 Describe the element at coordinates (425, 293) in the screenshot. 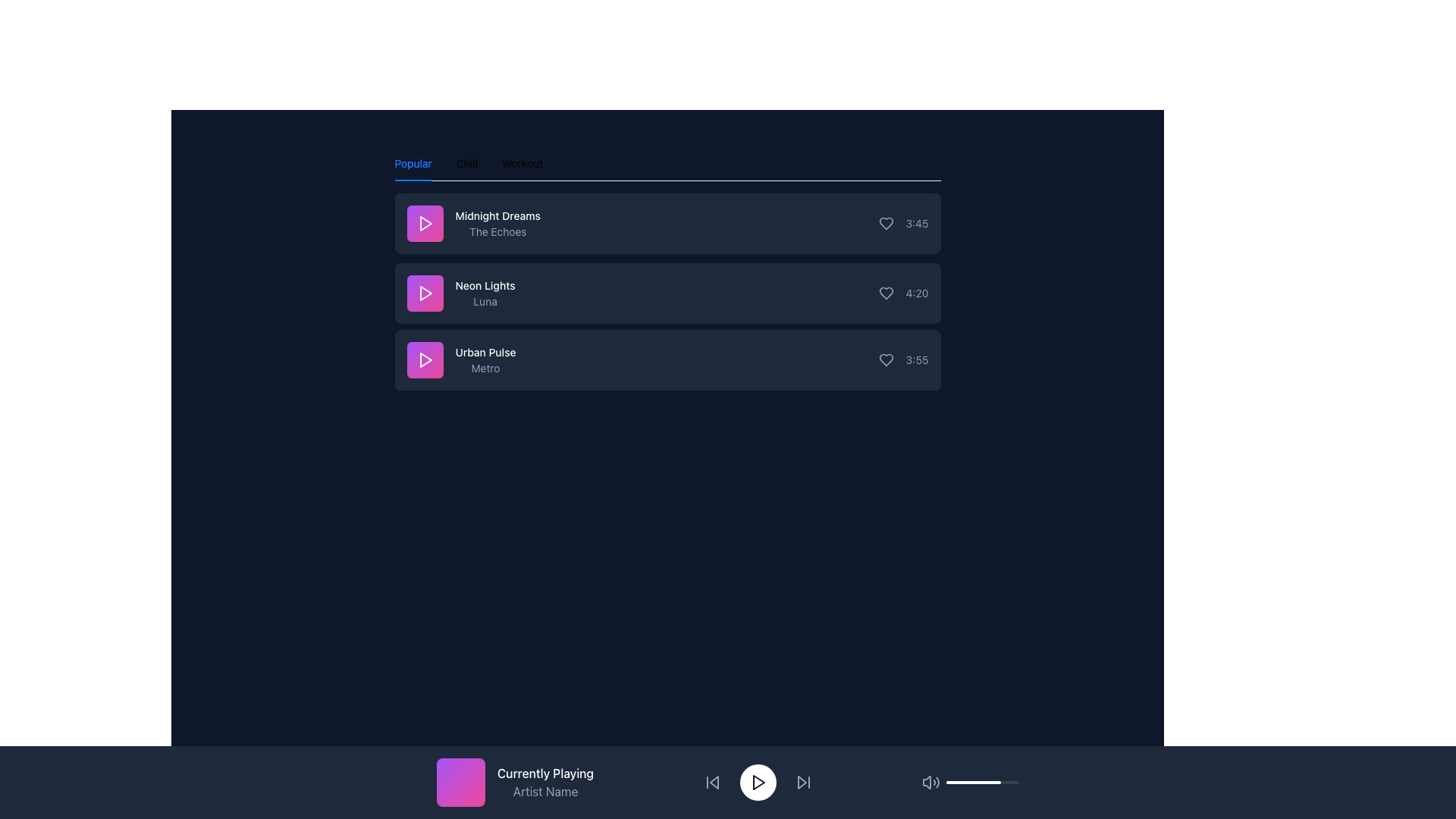

I see `the play indicator icon associated with the song 'Neon Lights', which is positioned within the second item of the song list, aligned left next to the title` at that location.